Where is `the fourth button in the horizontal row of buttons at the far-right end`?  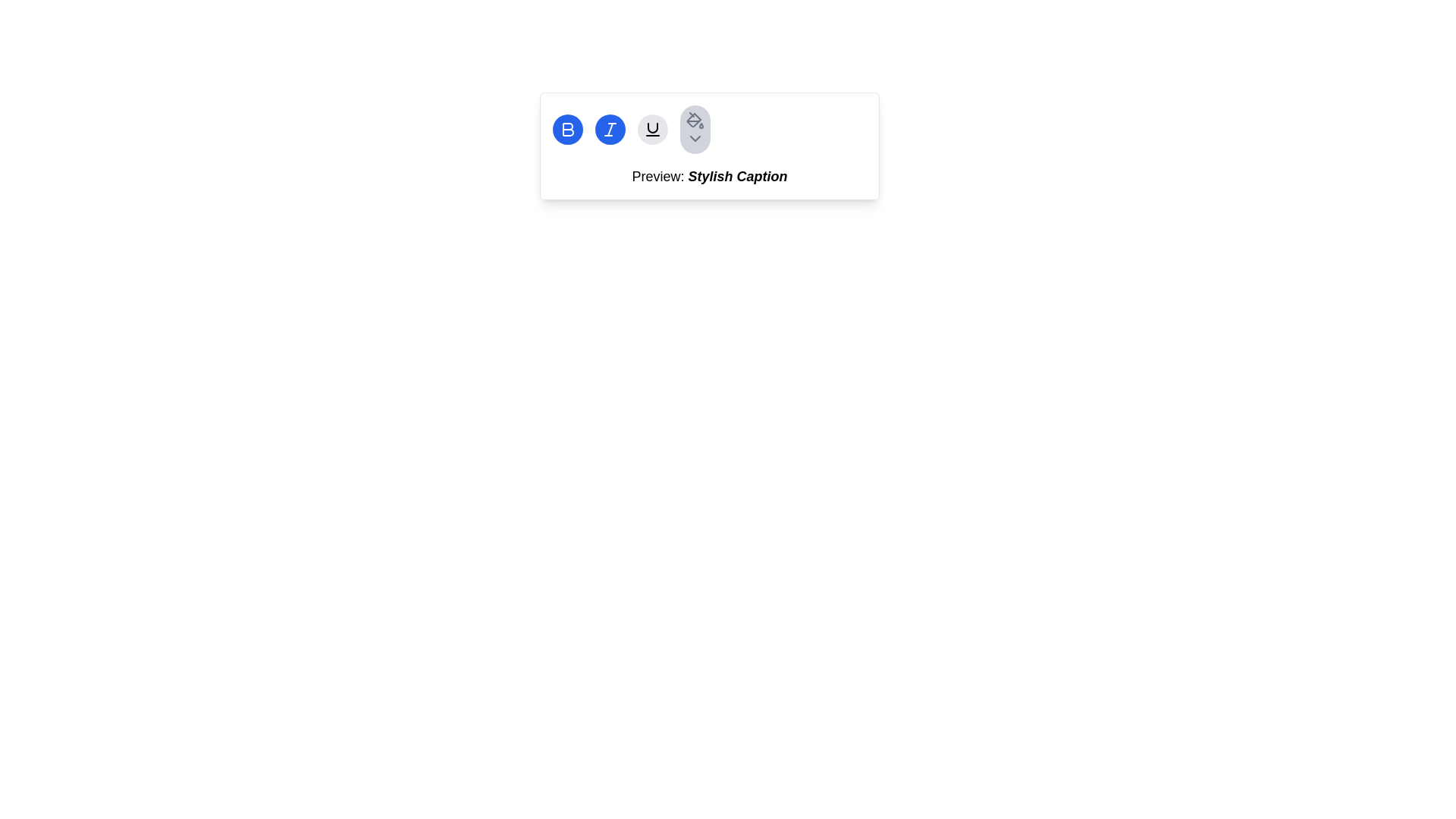
the fourth button in the horizontal row of buttons at the far-right end is located at coordinates (694, 128).